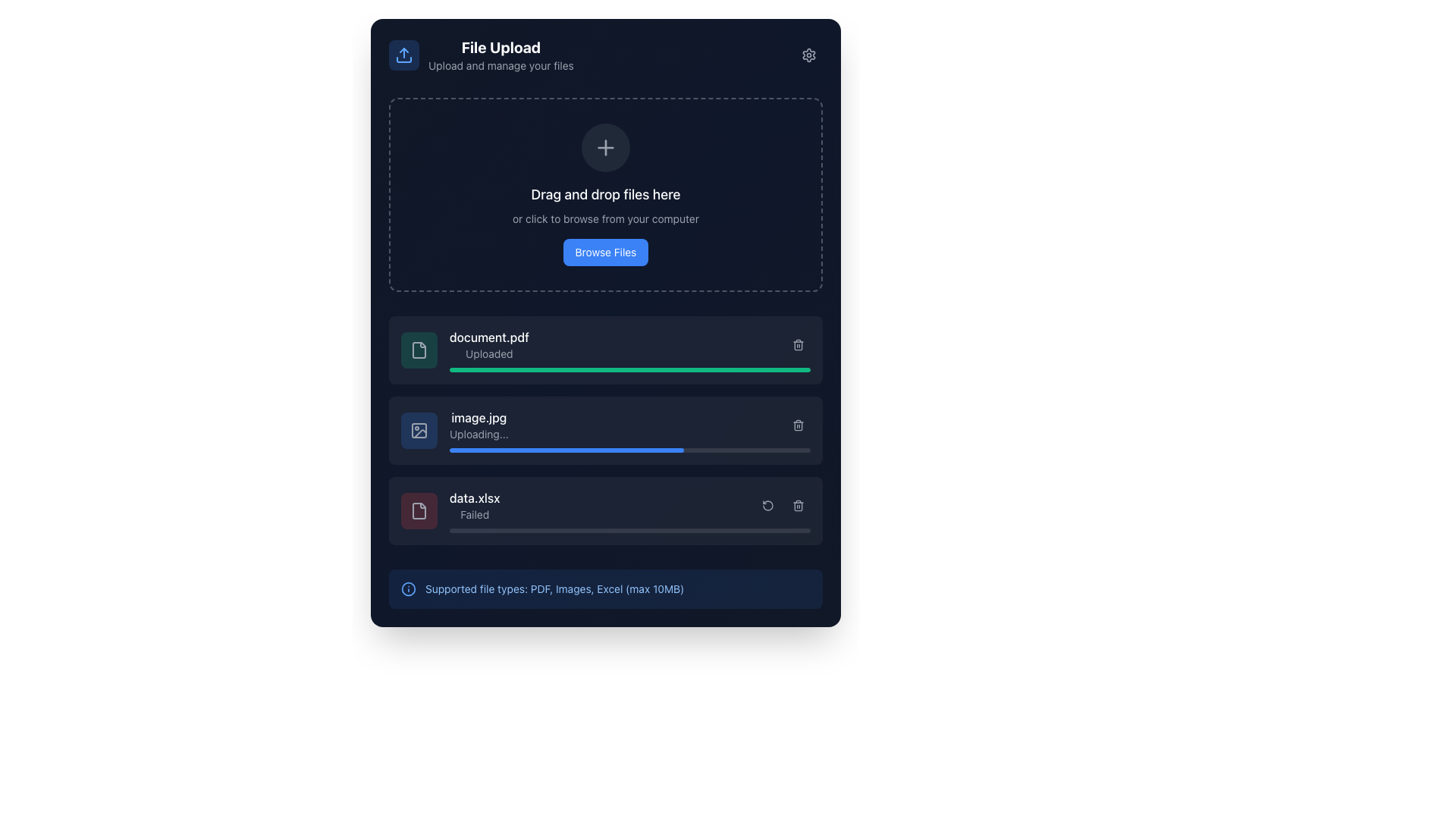 This screenshot has width=1456, height=819. I want to click on the progress, so click(644, 529).